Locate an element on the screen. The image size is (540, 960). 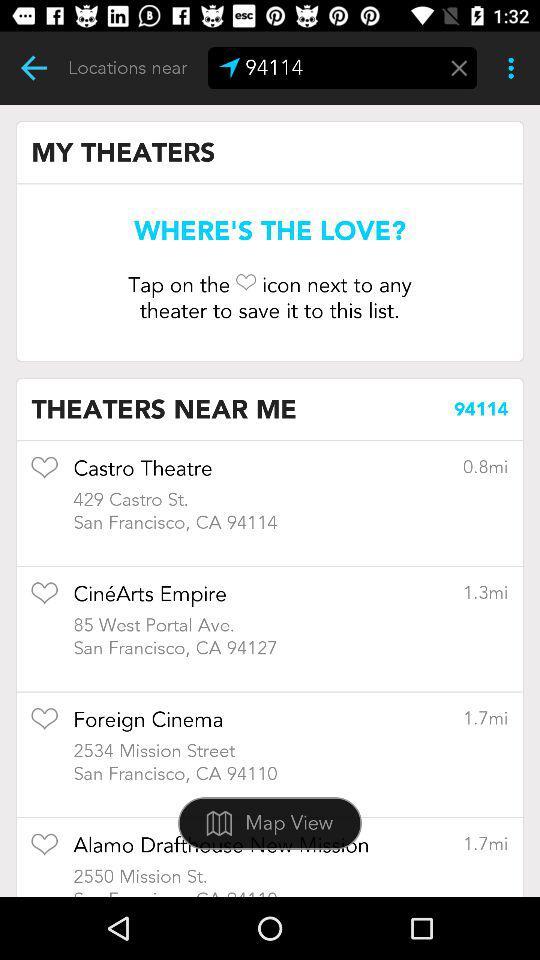
erase zip code field is located at coordinates (459, 68).